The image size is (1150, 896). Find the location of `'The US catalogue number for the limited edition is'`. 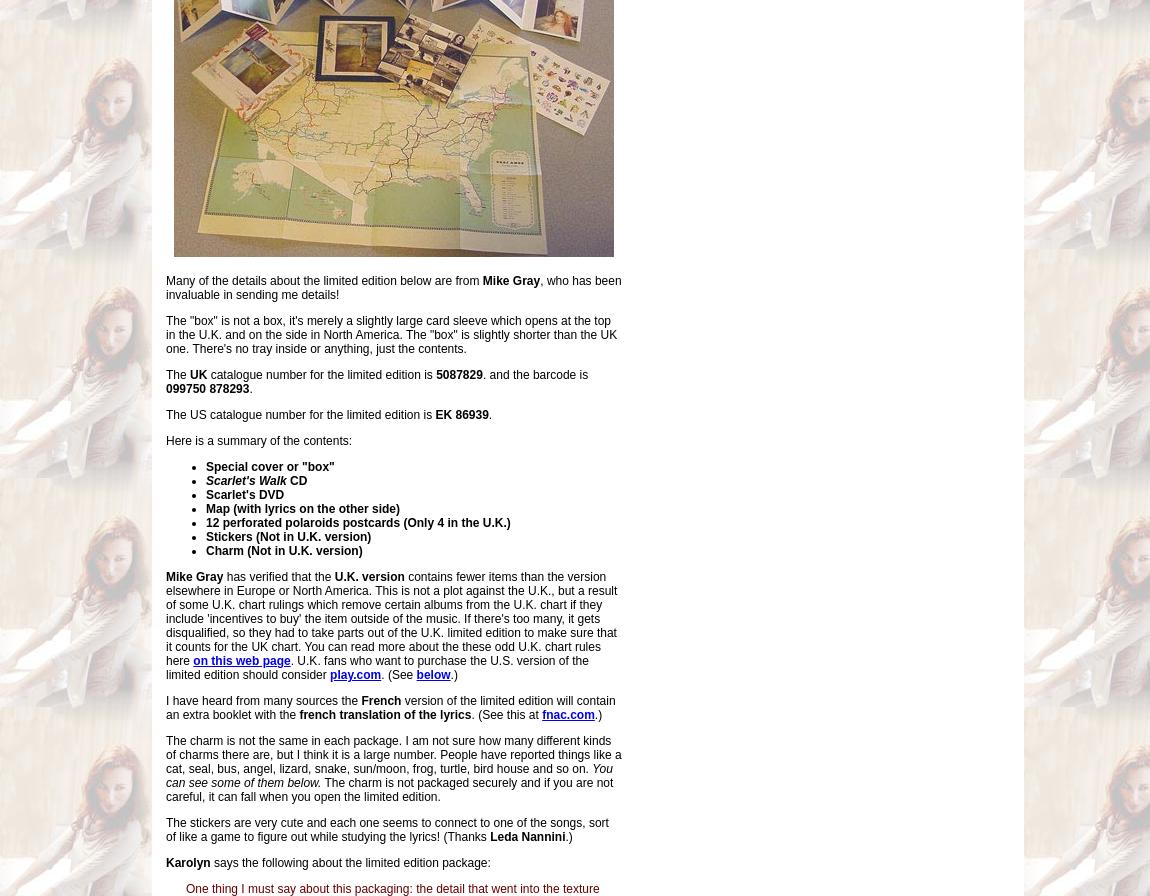

'The US catalogue number for the limited edition is' is located at coordinates (300, 415).